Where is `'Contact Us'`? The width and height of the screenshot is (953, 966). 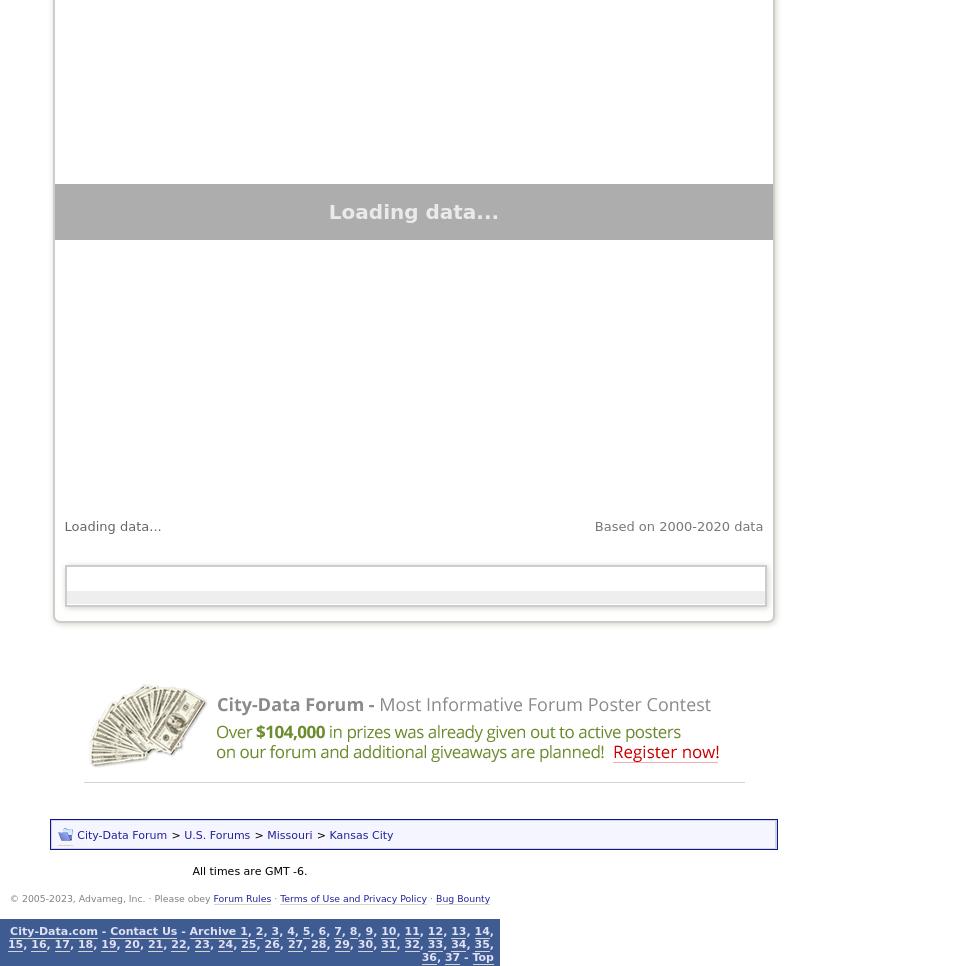 'Contact Us' is located at coordinates (142, 929).